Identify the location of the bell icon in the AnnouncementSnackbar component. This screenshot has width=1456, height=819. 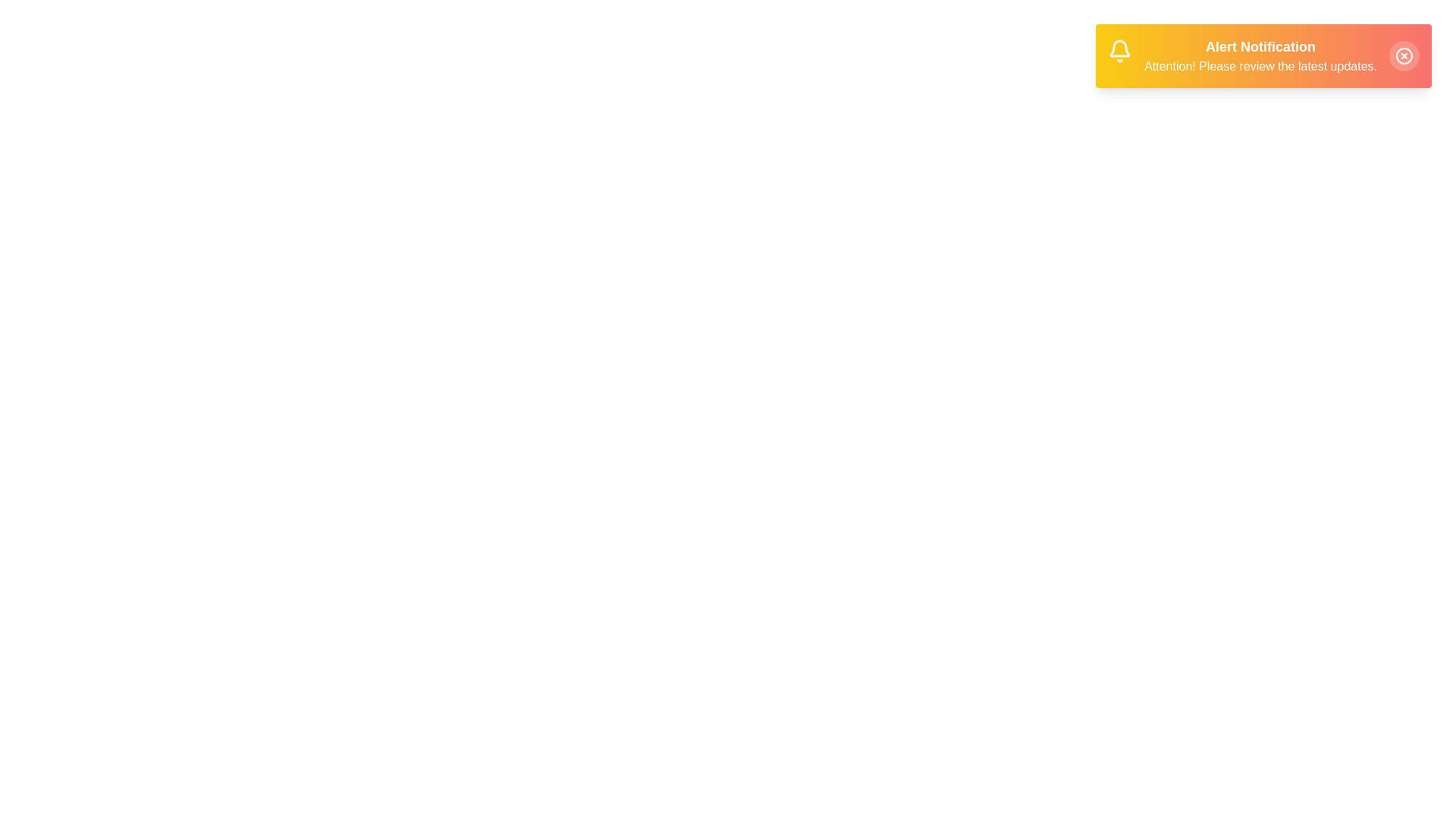
(1120, 52).